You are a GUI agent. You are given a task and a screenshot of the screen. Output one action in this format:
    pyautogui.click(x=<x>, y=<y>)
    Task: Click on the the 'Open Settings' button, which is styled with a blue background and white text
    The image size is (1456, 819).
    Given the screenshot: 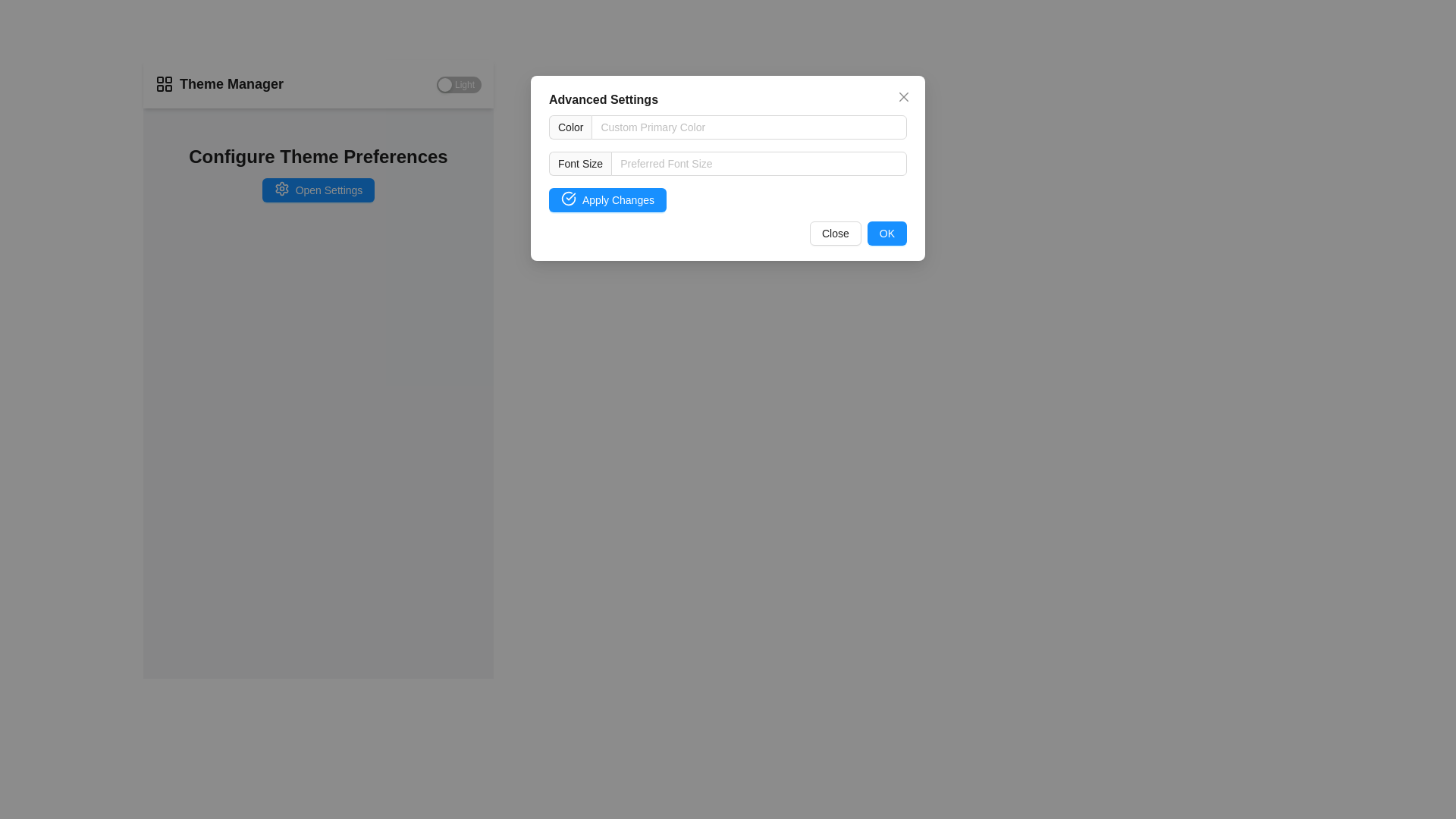 What is the action you would take?
    pyautogui.click(x=317, y=189)
    